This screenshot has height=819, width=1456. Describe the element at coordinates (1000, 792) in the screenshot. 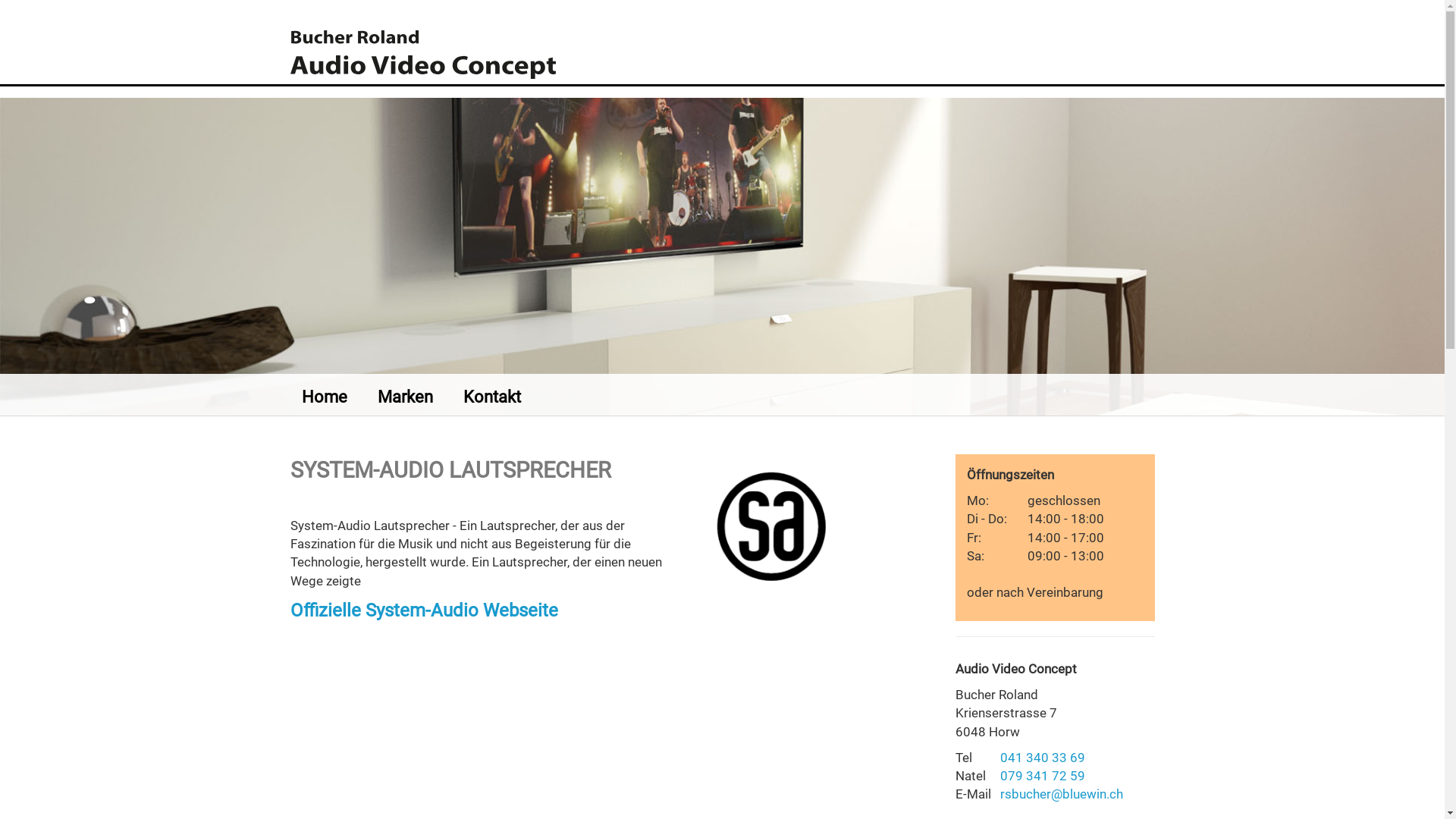

I see `'rsbucher@bluewin.ch'` at that location.